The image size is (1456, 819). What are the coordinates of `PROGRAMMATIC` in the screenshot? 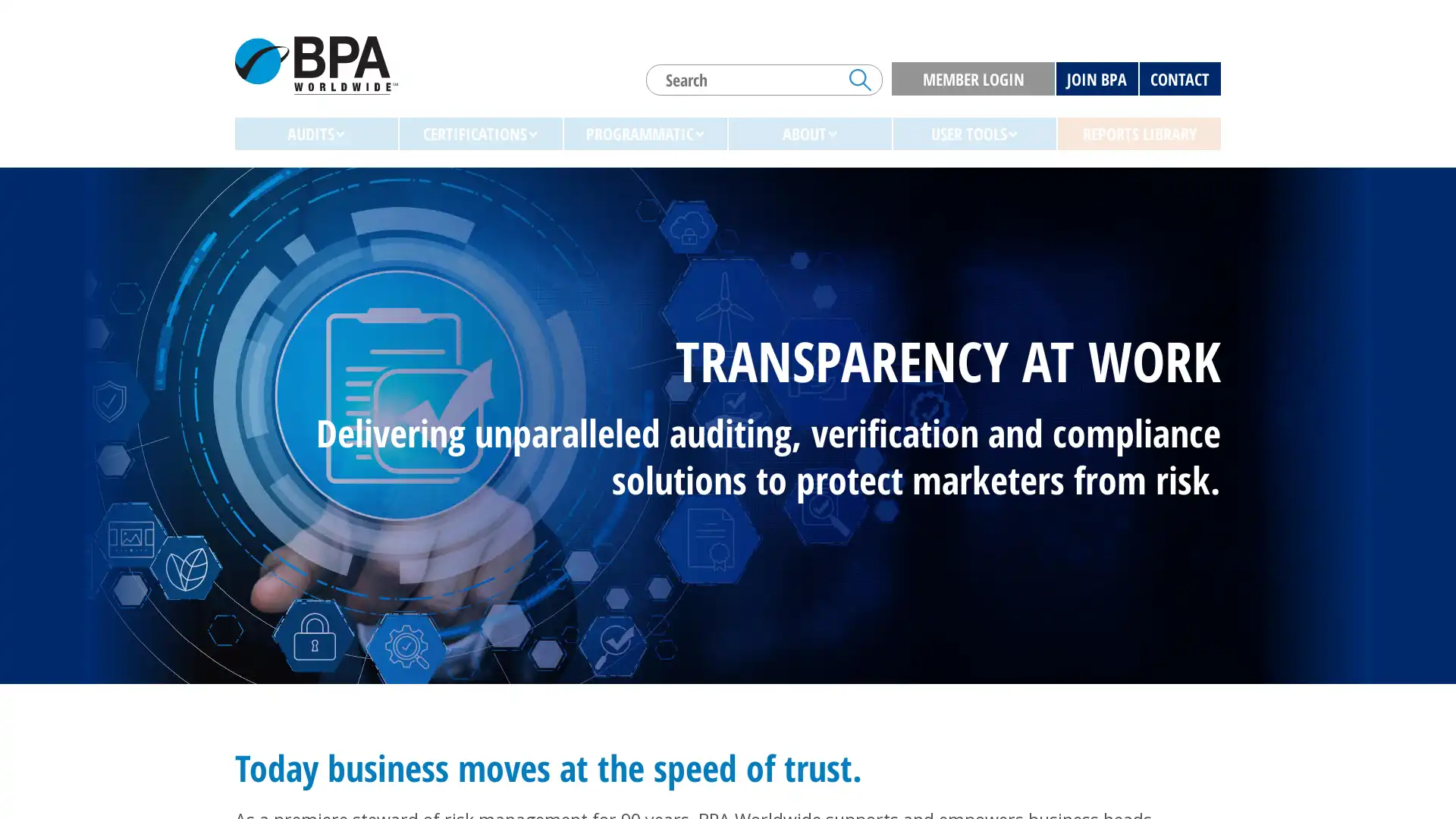 It's located at (645, 133).